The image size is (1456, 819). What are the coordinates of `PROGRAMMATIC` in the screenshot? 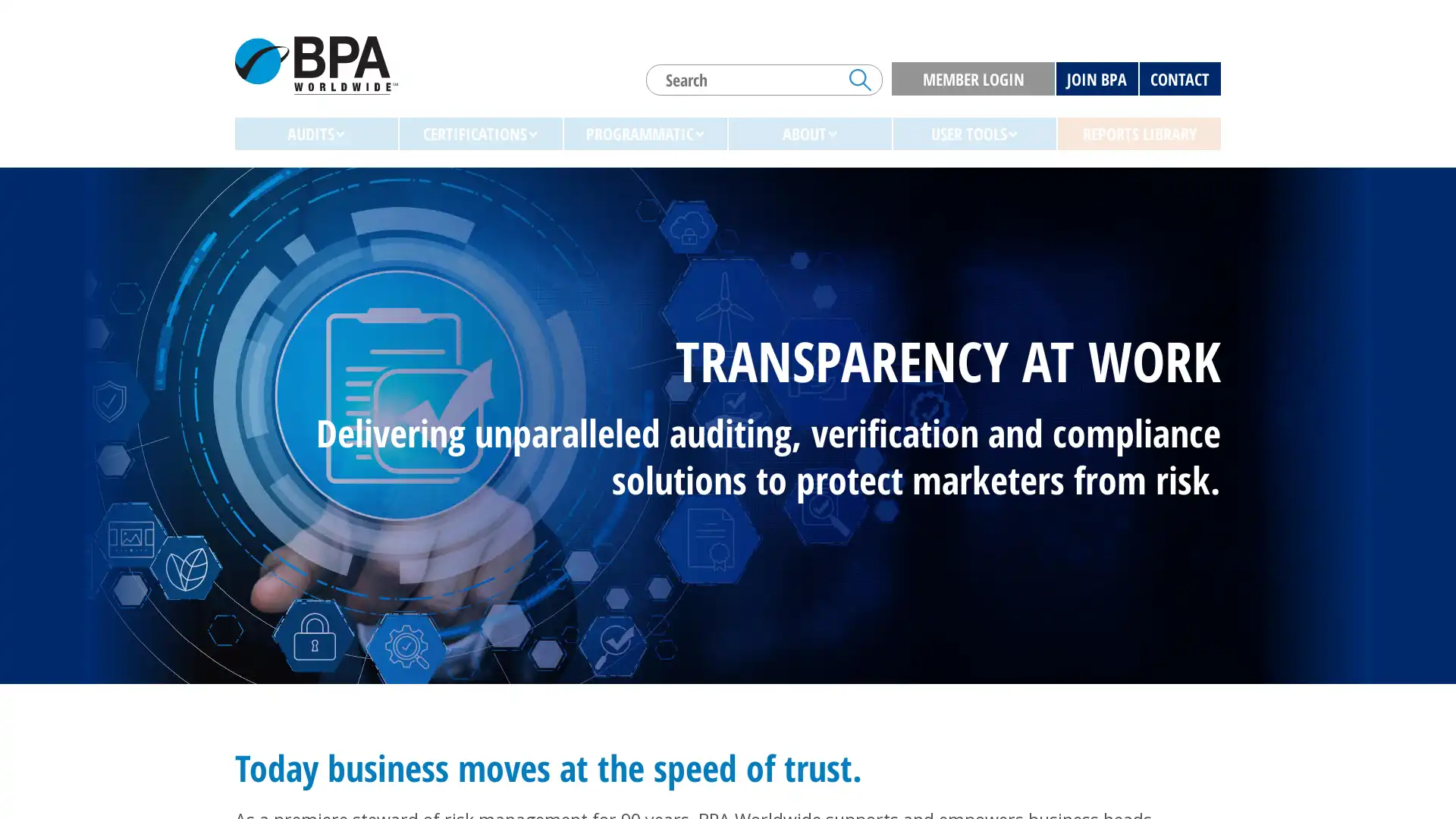 It's located at (645, 133).